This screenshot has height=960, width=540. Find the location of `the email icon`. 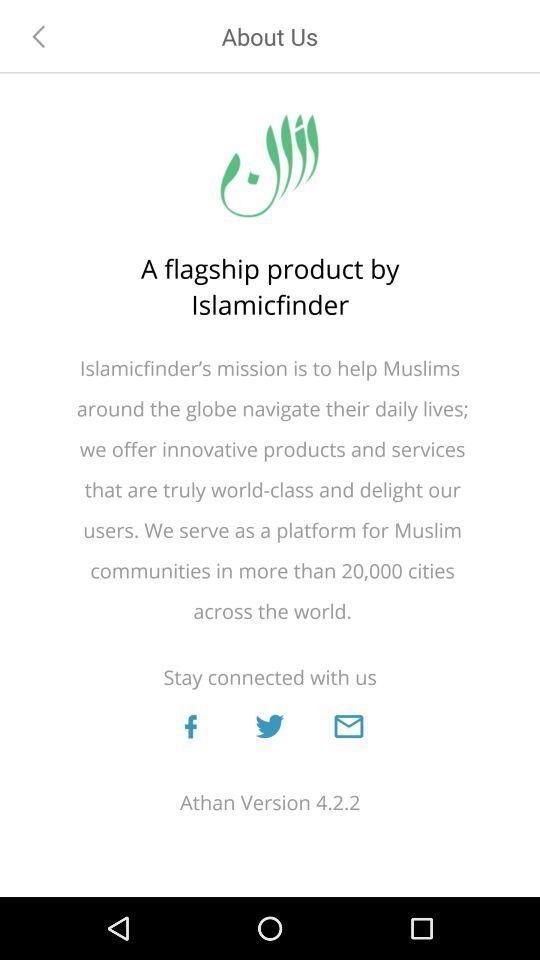

the email icon is located at coordinates (347, 725).